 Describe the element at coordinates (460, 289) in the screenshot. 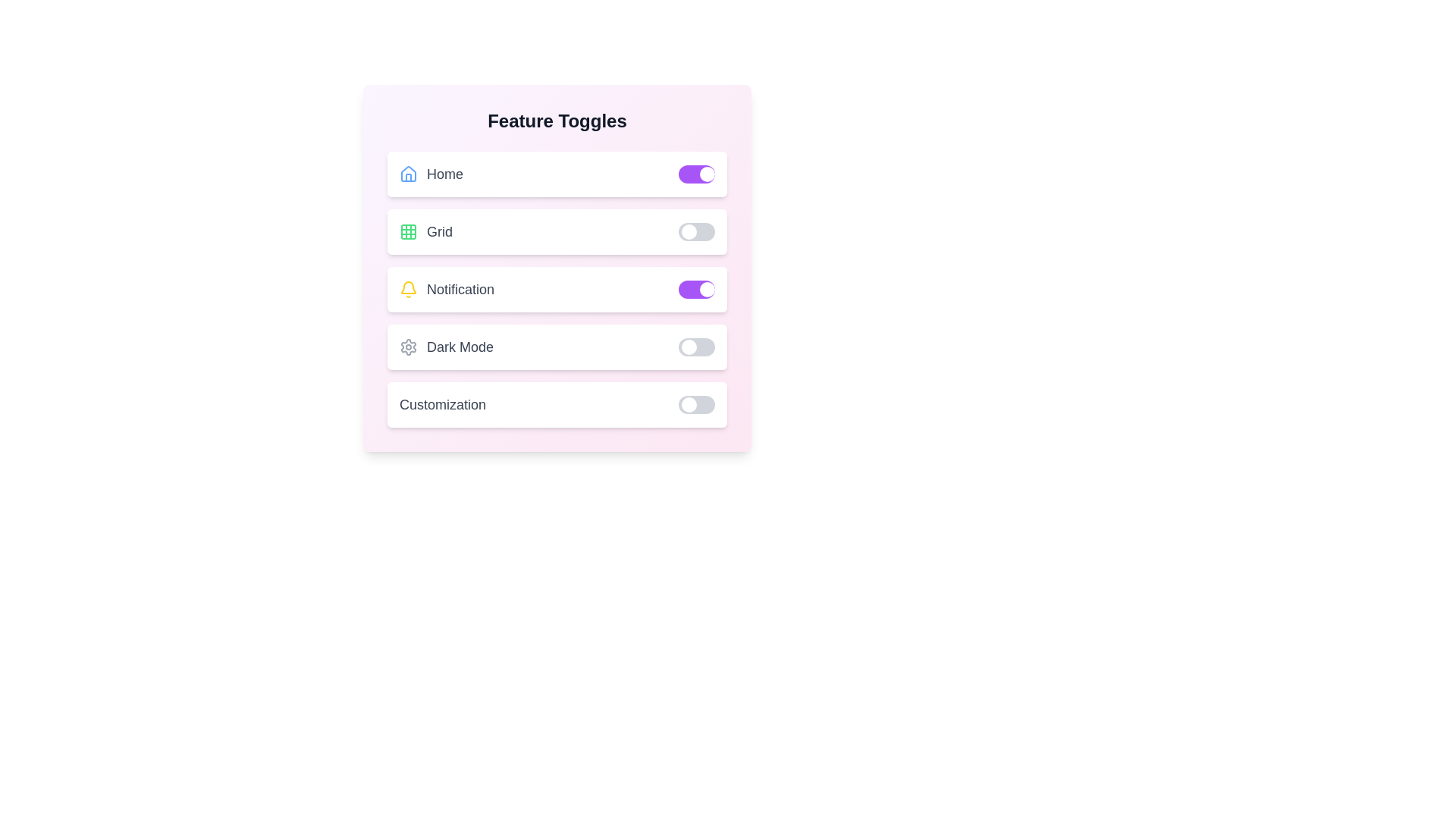

I see `the text label indicating the notification feature next to the yellow bell icon, which is located in the third row of a vertically stacked list inside a card-like layout` at that location.